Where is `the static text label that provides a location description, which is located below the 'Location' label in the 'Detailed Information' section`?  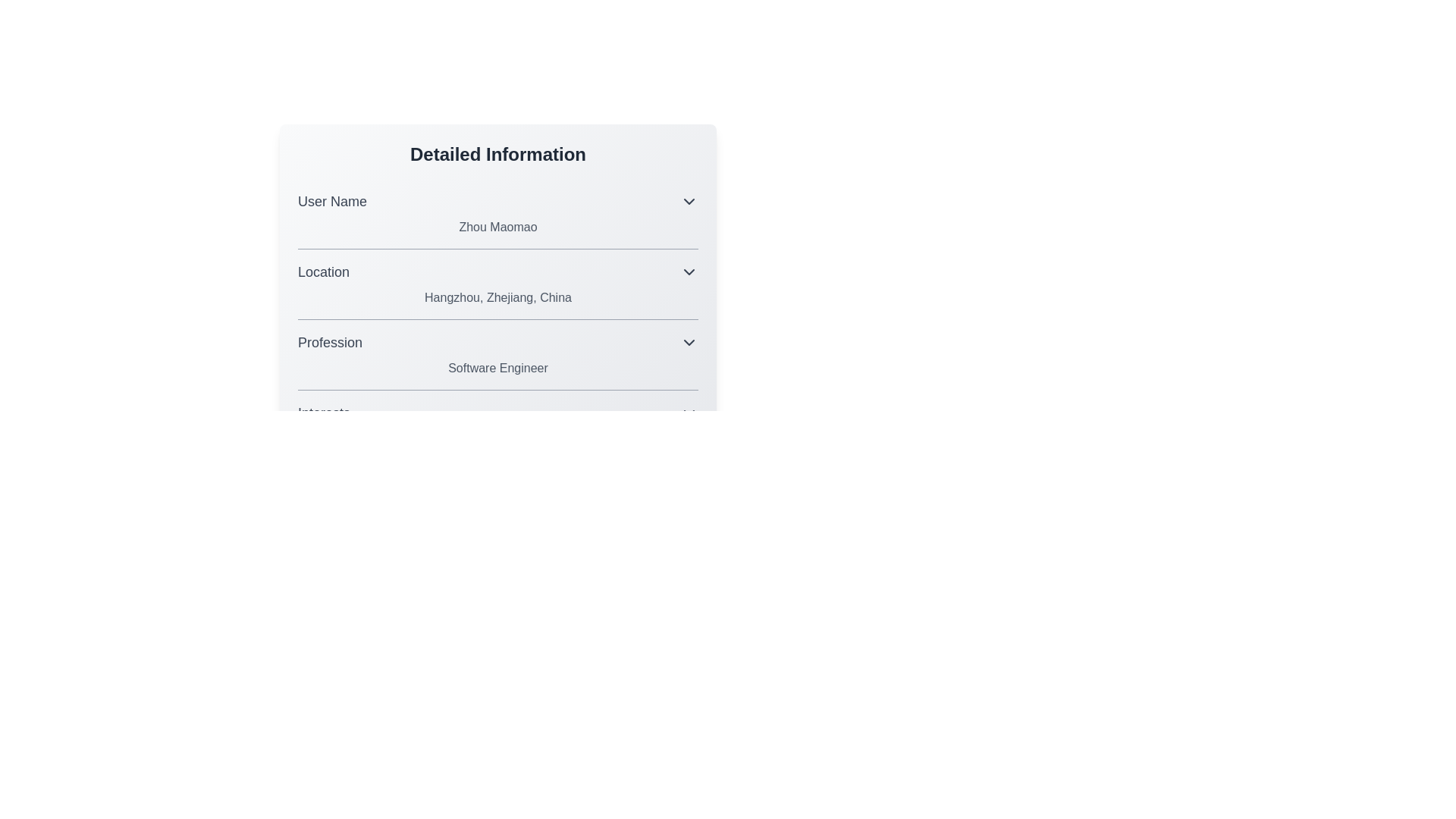
the static text label that provides a location description, which is located below the 'Location' label in the 'Detailed Information' section is located at coordinates (498, 298).